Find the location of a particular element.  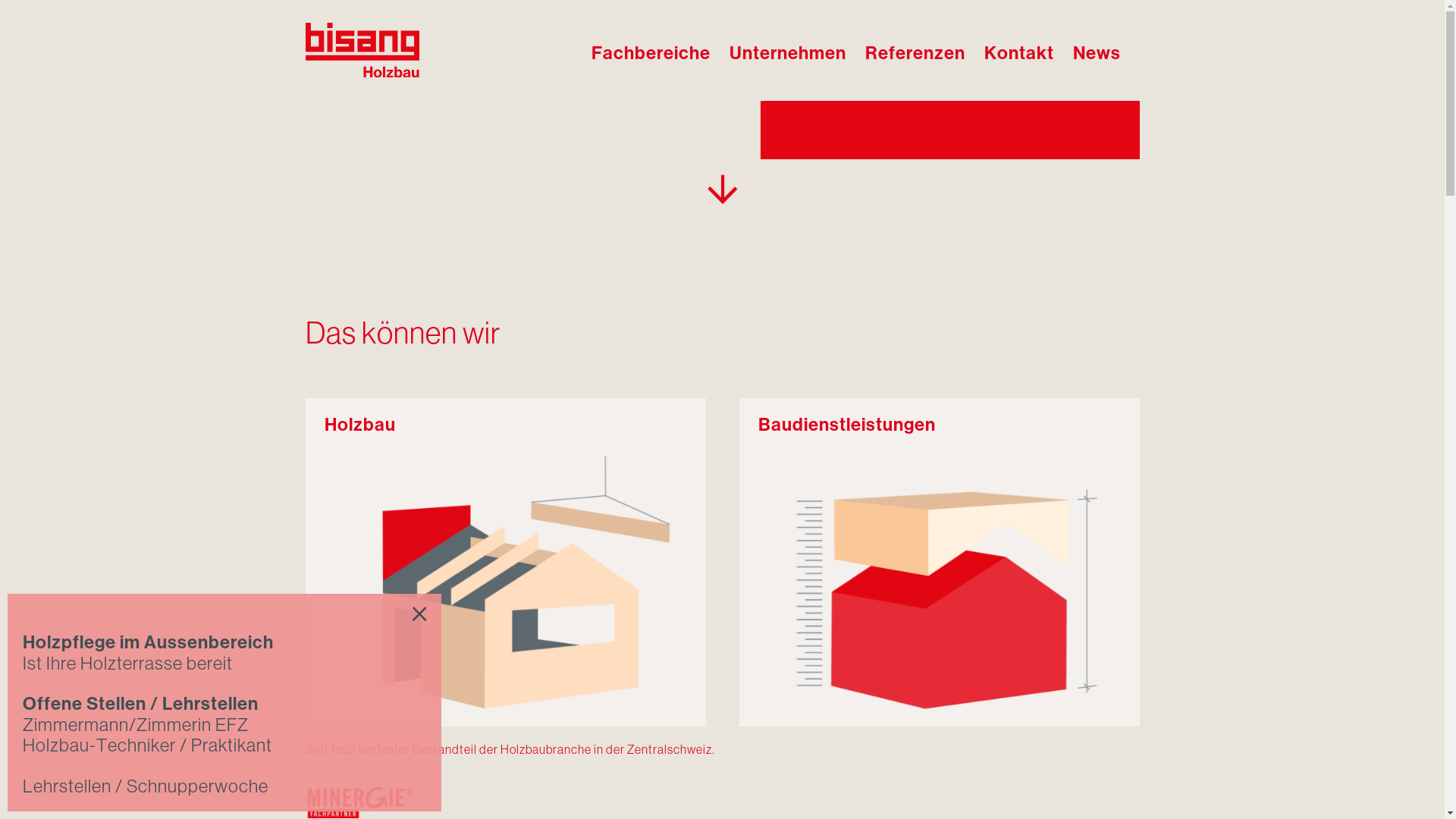

'Holzbau-Techniker / Praktikant' is located at coordinates (147, 744).